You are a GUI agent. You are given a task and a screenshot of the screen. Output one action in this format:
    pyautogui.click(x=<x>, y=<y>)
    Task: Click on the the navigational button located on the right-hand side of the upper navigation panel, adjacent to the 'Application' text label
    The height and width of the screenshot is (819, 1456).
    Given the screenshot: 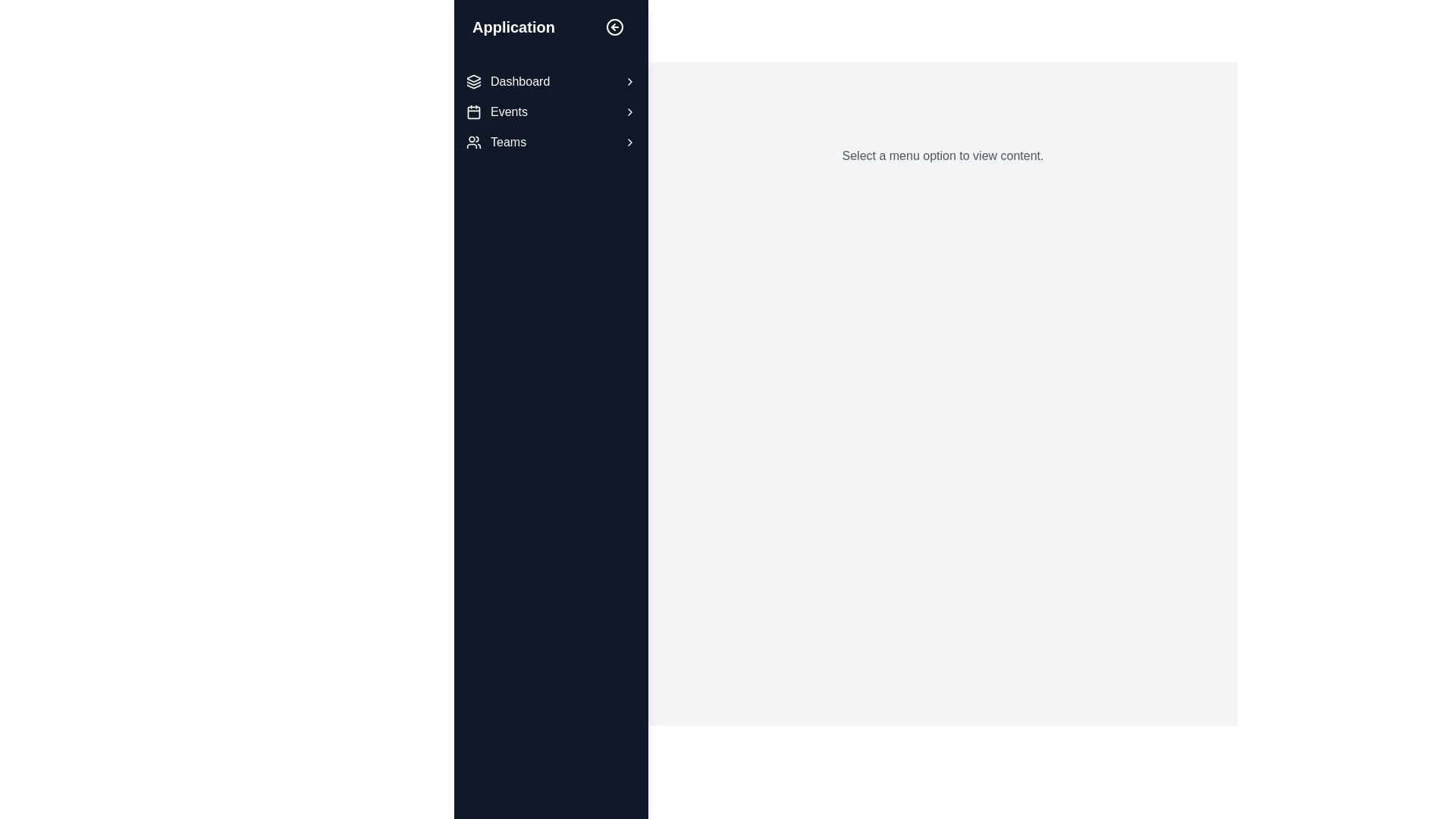 What is the action you would take?
    pyautogui.click(x=615, y=27)
    